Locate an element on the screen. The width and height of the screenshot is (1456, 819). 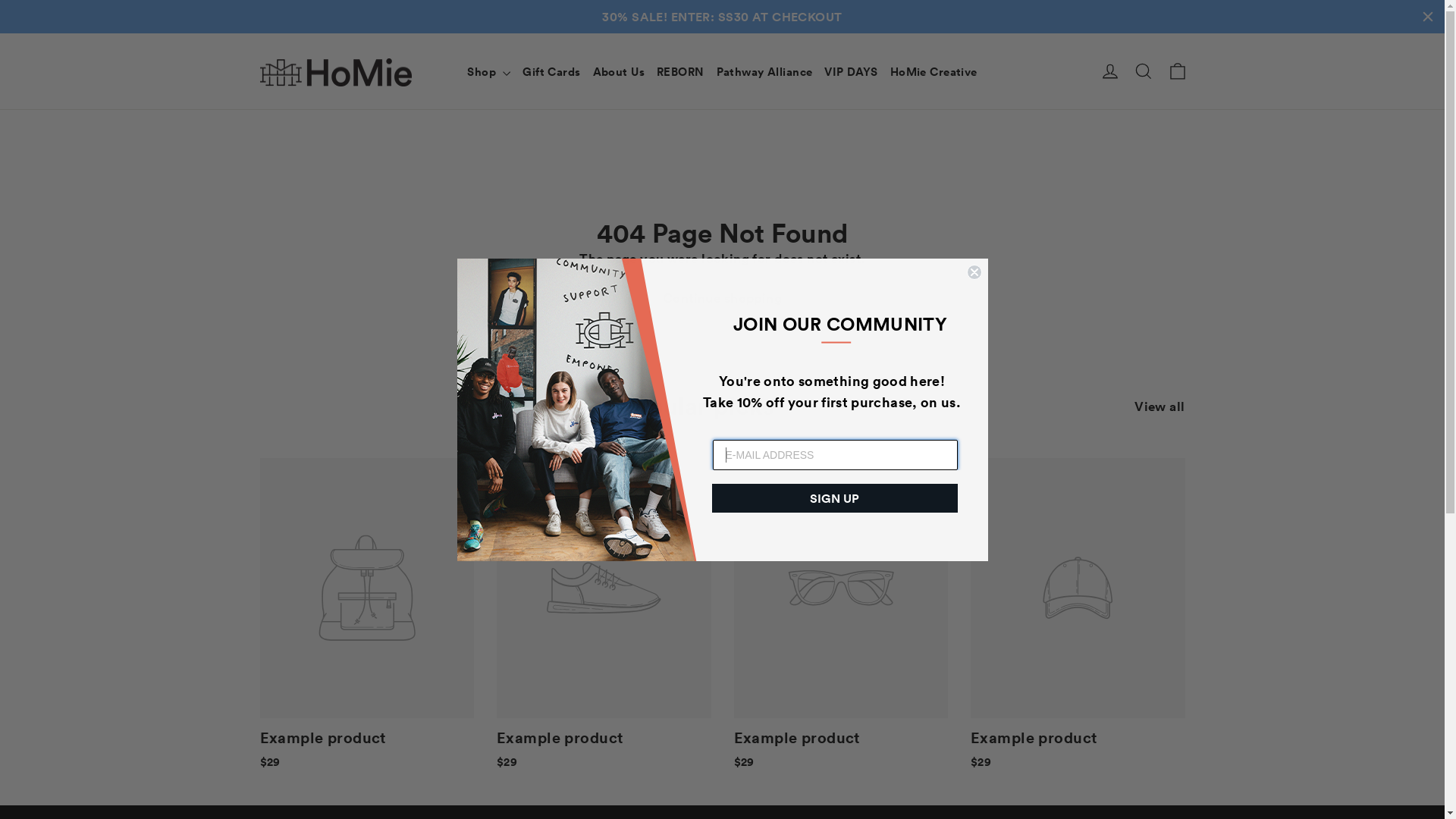
'Shop' is located at coordinates (488, 37).